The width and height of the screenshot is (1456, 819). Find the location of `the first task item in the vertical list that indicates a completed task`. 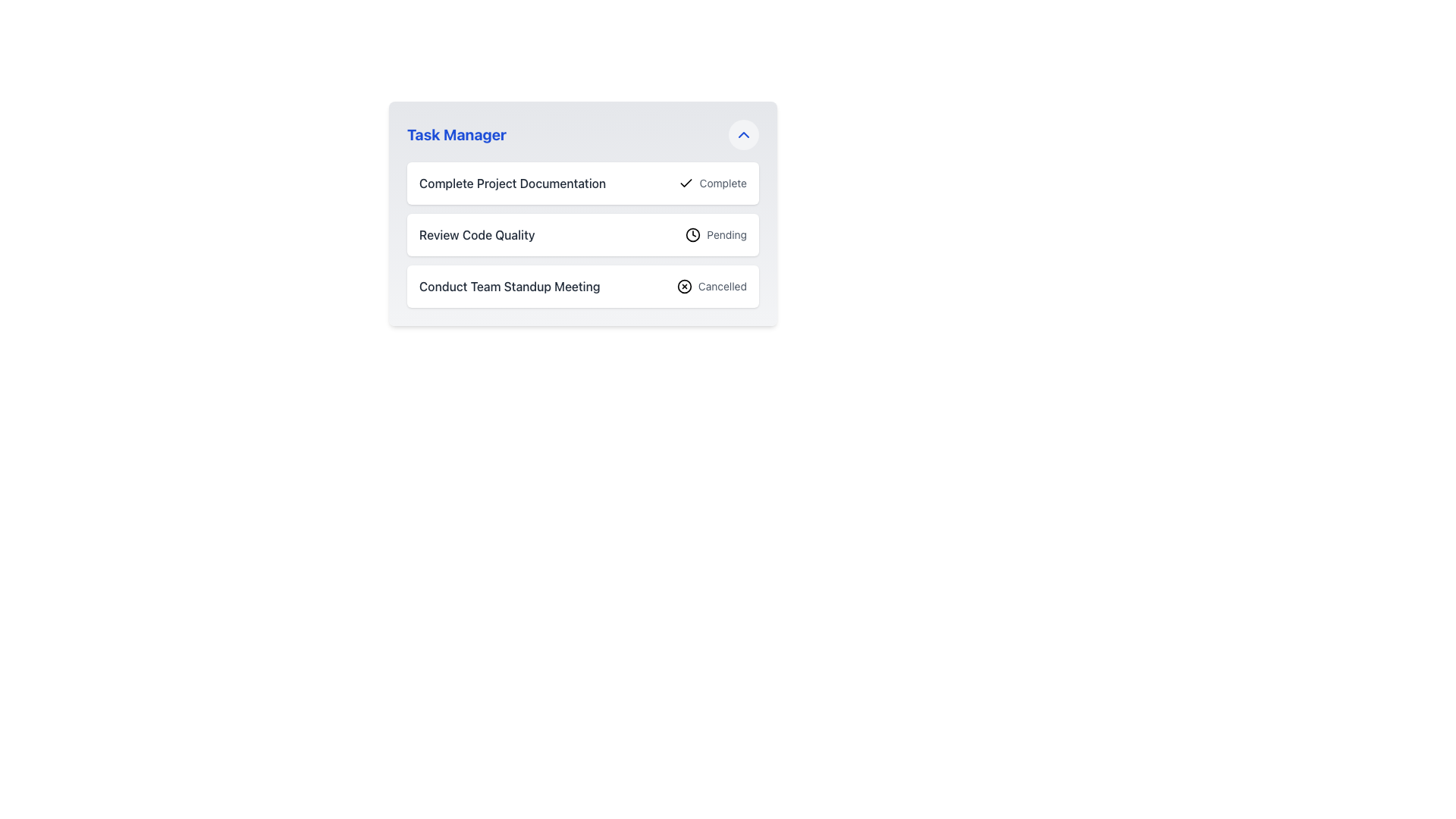

the first task item in the vertical list that indicates a completed task is located at coordinates (582, 183).